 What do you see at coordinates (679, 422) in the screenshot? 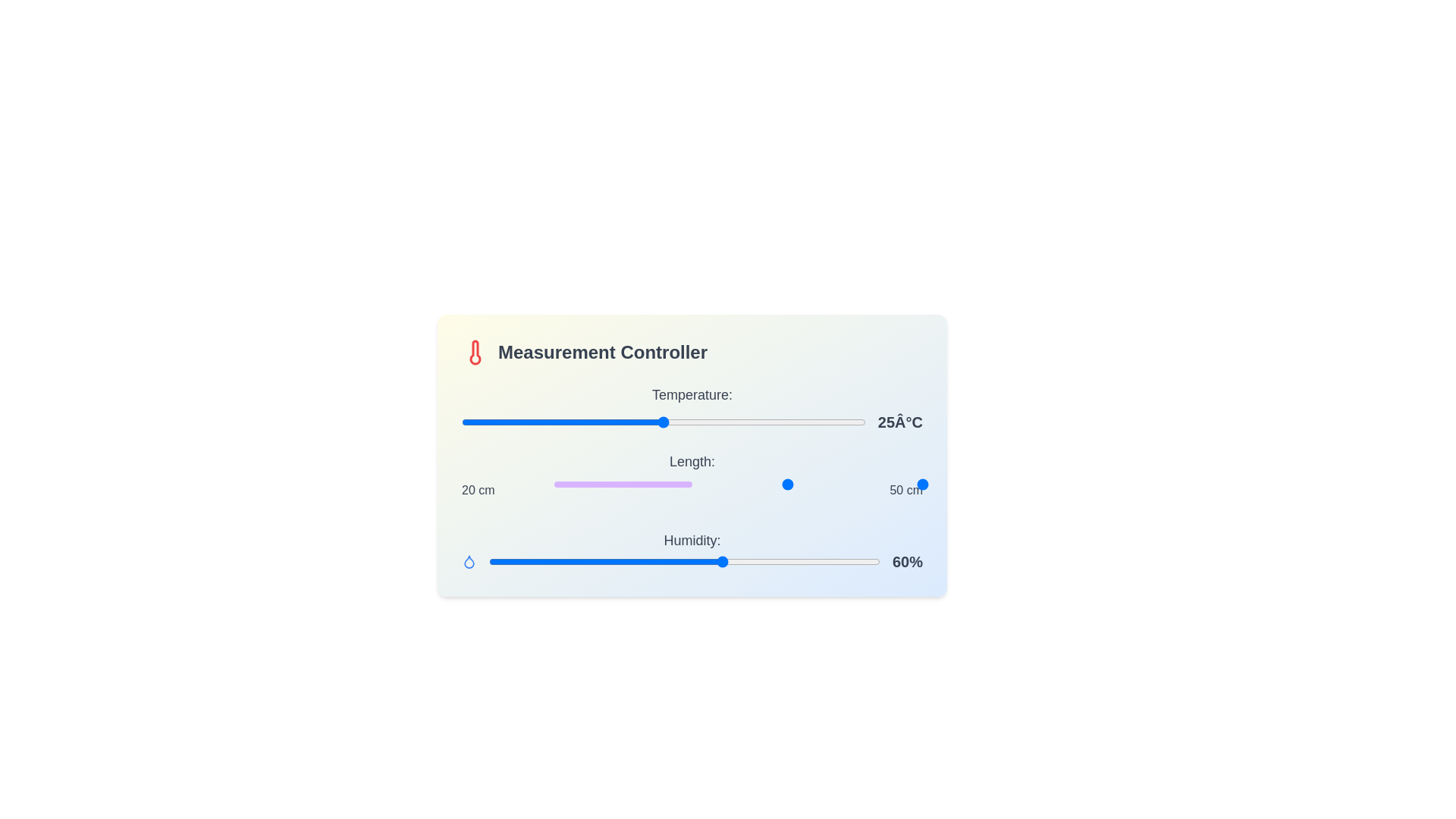
I see `the slider` at bounding box center [679, 422].